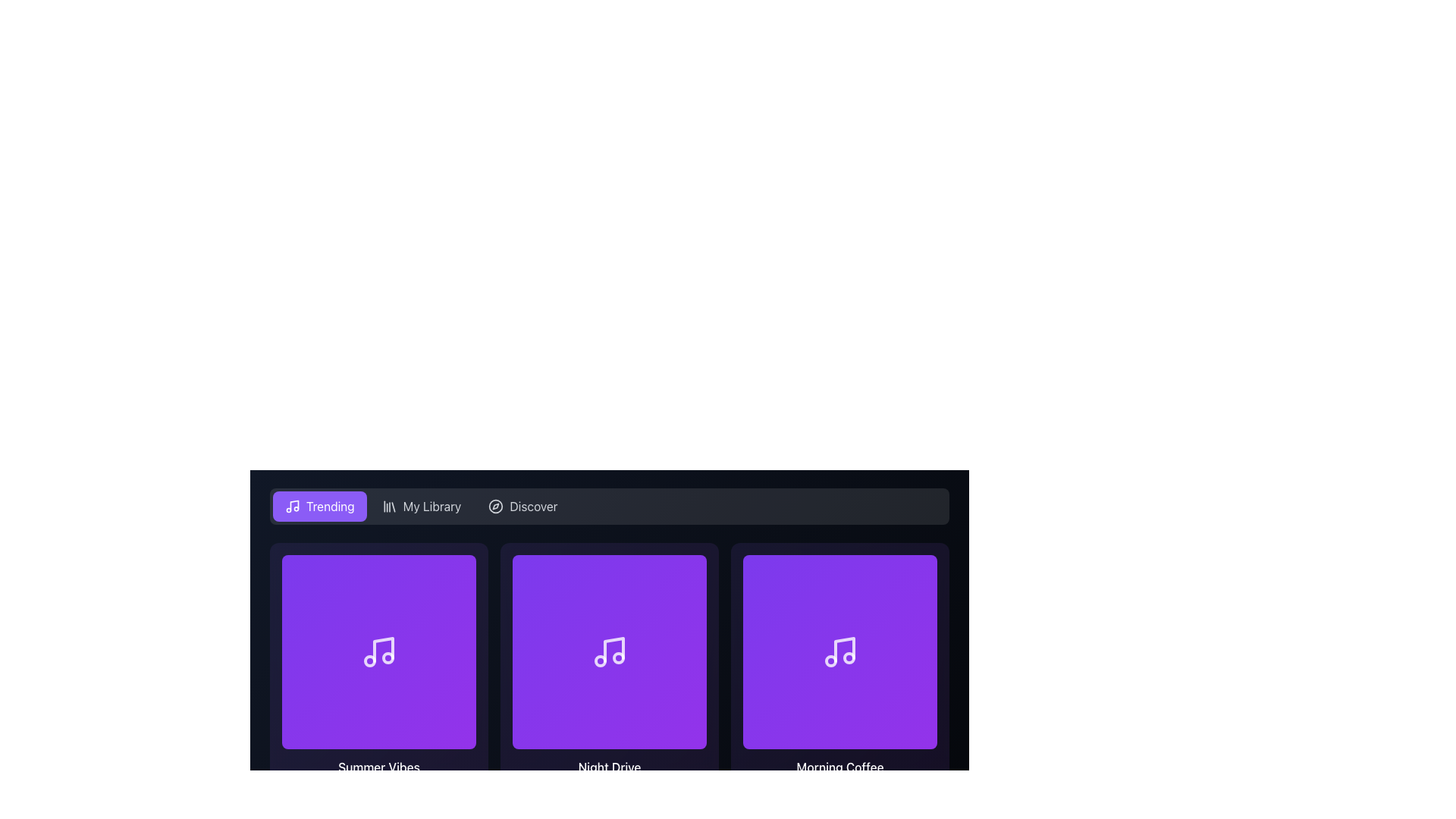  I want to click on the circular shape that represents the center of the compass design within the SVG graphic, so click(496, 506).